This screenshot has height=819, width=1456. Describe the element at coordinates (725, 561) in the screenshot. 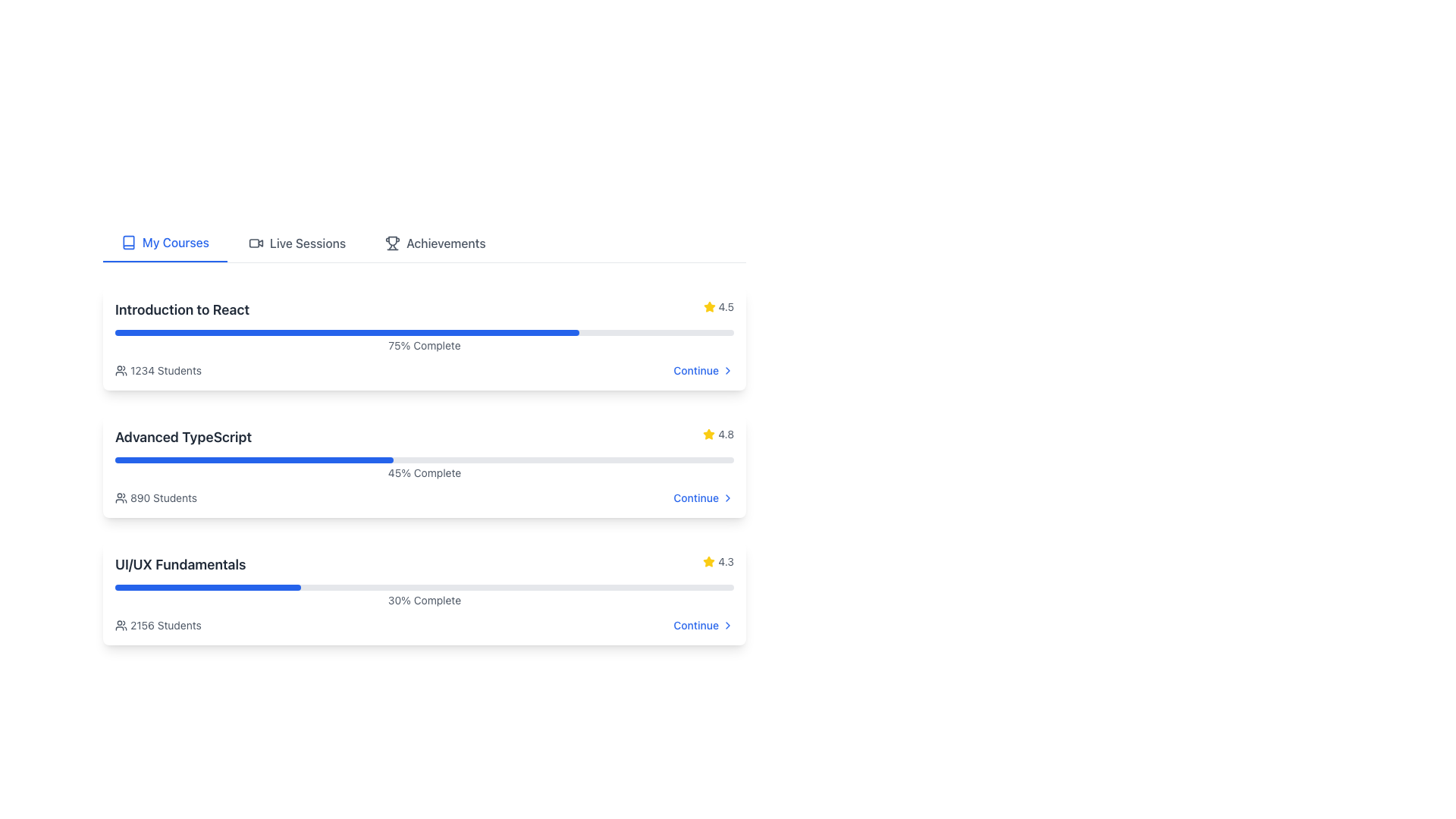

I see `text of the rating label located at the bottom right of the 'UI/UX Fundamentals' course card, next to the yellow star icon` at that location.